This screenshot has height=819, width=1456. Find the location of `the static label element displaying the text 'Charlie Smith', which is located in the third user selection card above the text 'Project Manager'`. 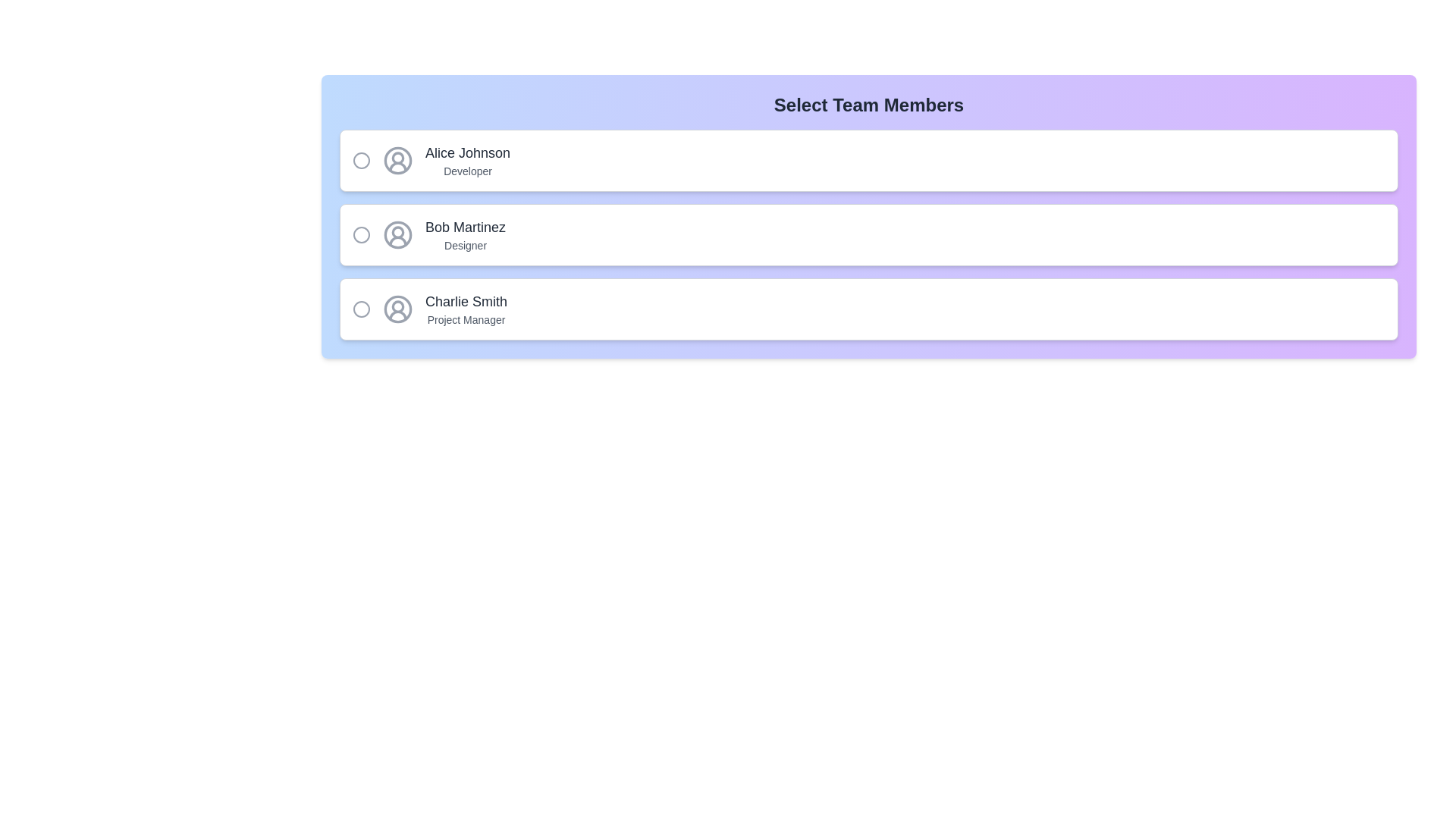

the static label element displaying the text 'Charlie Smith', which is located in the third user selection card above the text 'Project Manager' is located at coordinates (465, 301).